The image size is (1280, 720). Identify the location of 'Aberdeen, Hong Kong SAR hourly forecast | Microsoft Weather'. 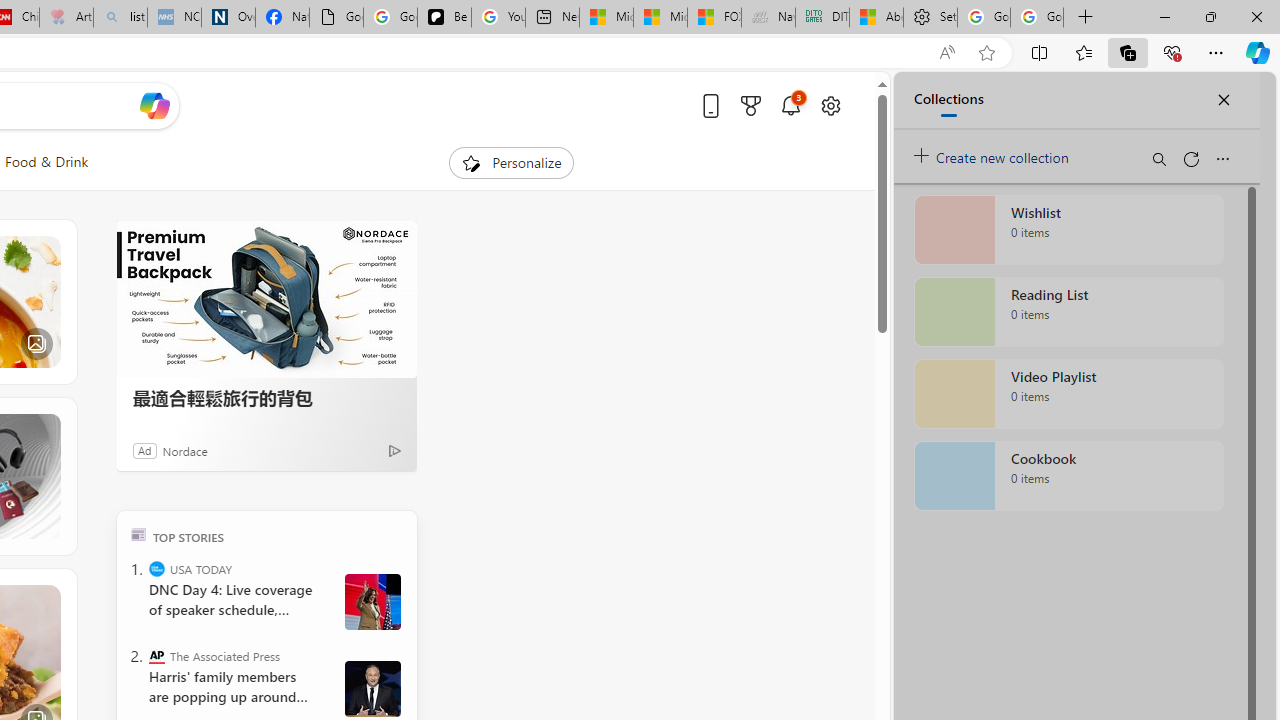
(876, 17).